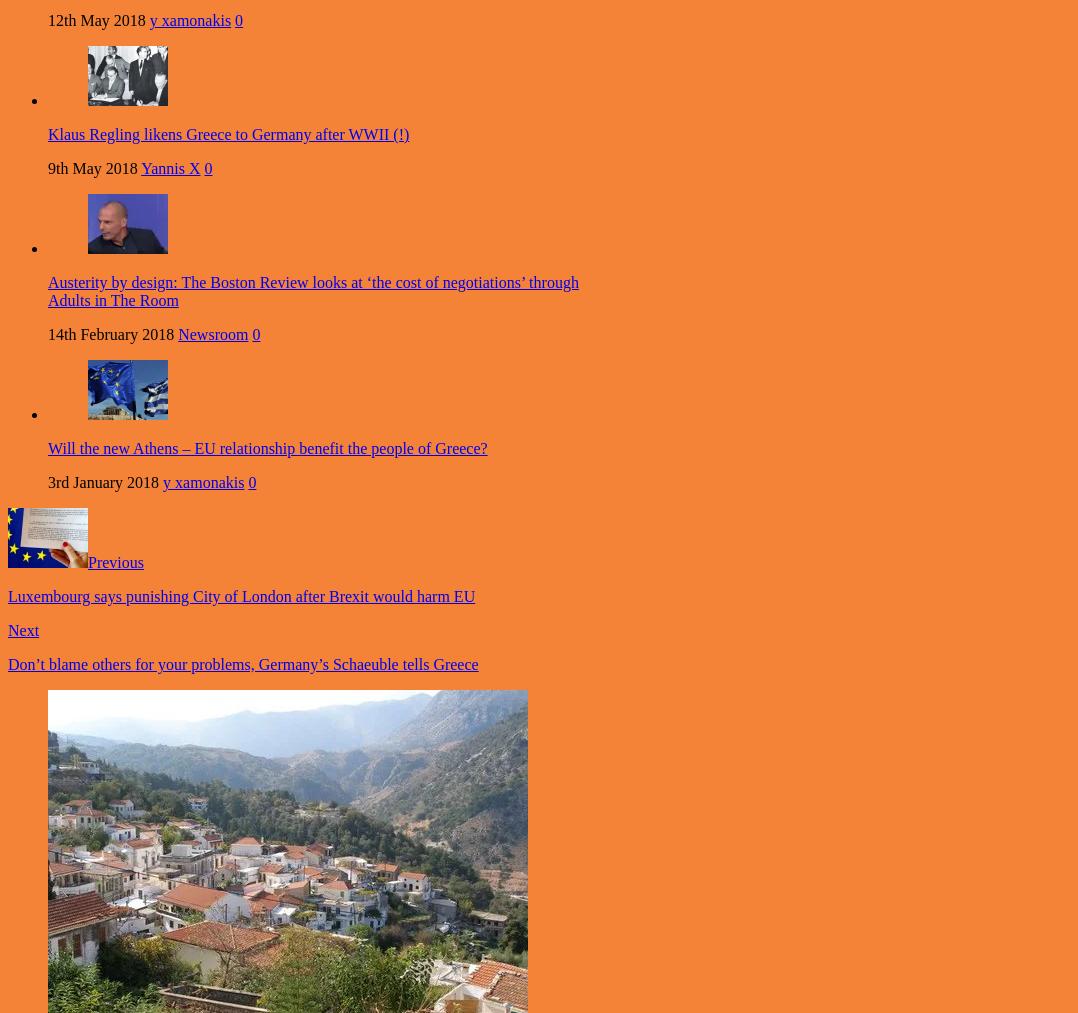 The width and height of the screenshot is (1078, 1013). I want to click on 'Don’t blame others for your problems, Germany’s Schaeuble tells Greece', so click(6, 663).